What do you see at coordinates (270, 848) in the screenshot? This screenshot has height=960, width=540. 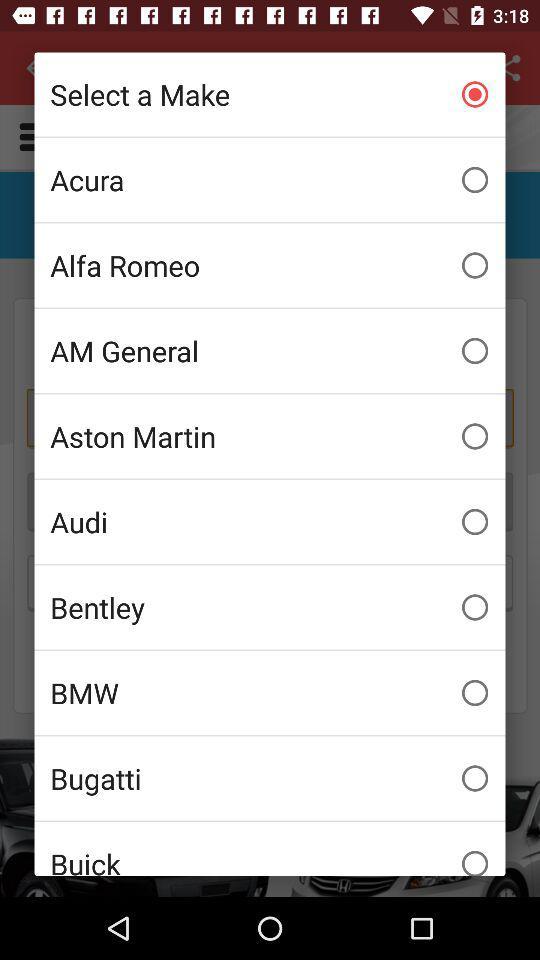 I see `the item below bugatti` at bounding box center [270, 848].